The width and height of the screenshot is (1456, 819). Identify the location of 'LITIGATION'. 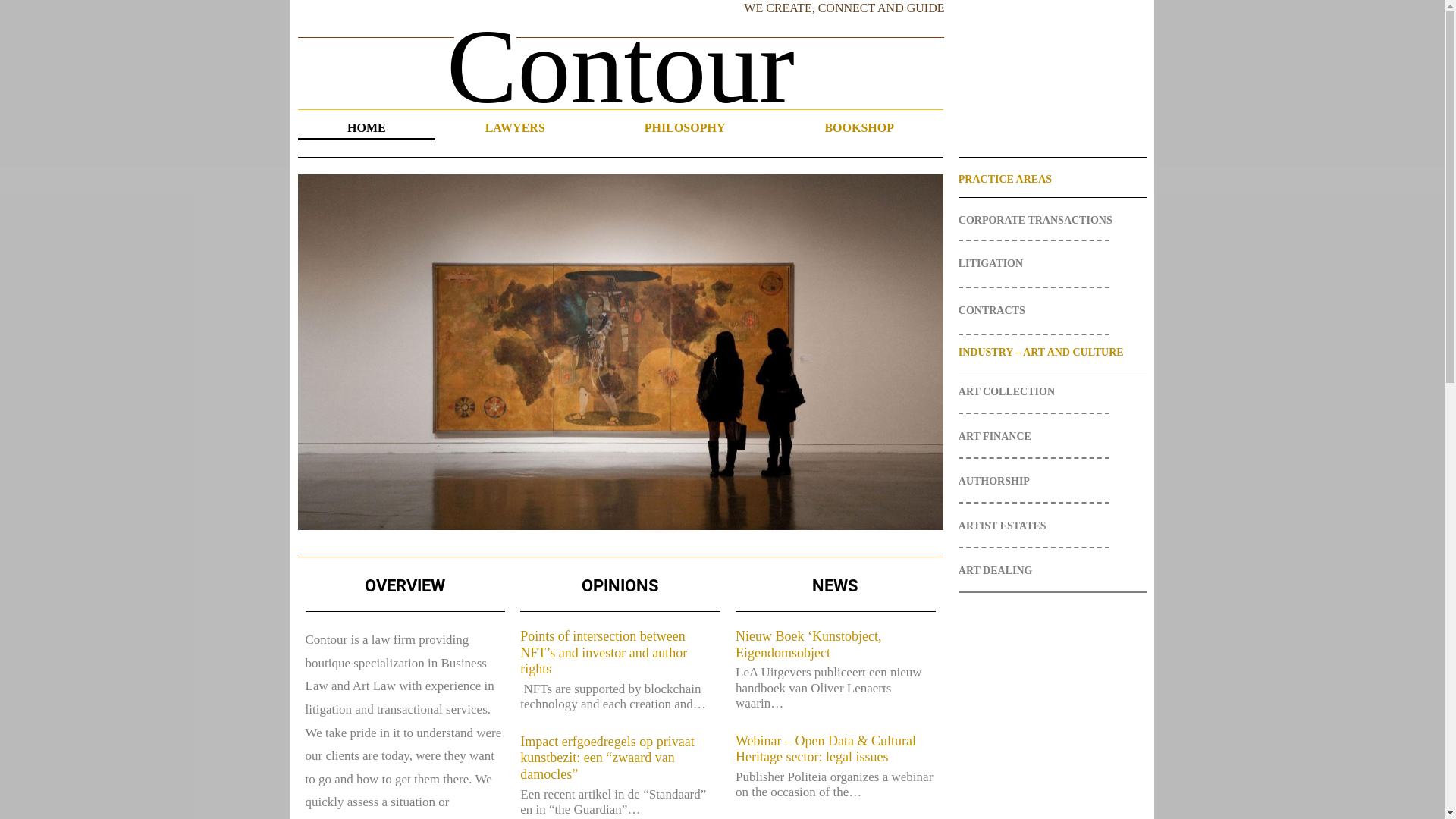
(957, 262).